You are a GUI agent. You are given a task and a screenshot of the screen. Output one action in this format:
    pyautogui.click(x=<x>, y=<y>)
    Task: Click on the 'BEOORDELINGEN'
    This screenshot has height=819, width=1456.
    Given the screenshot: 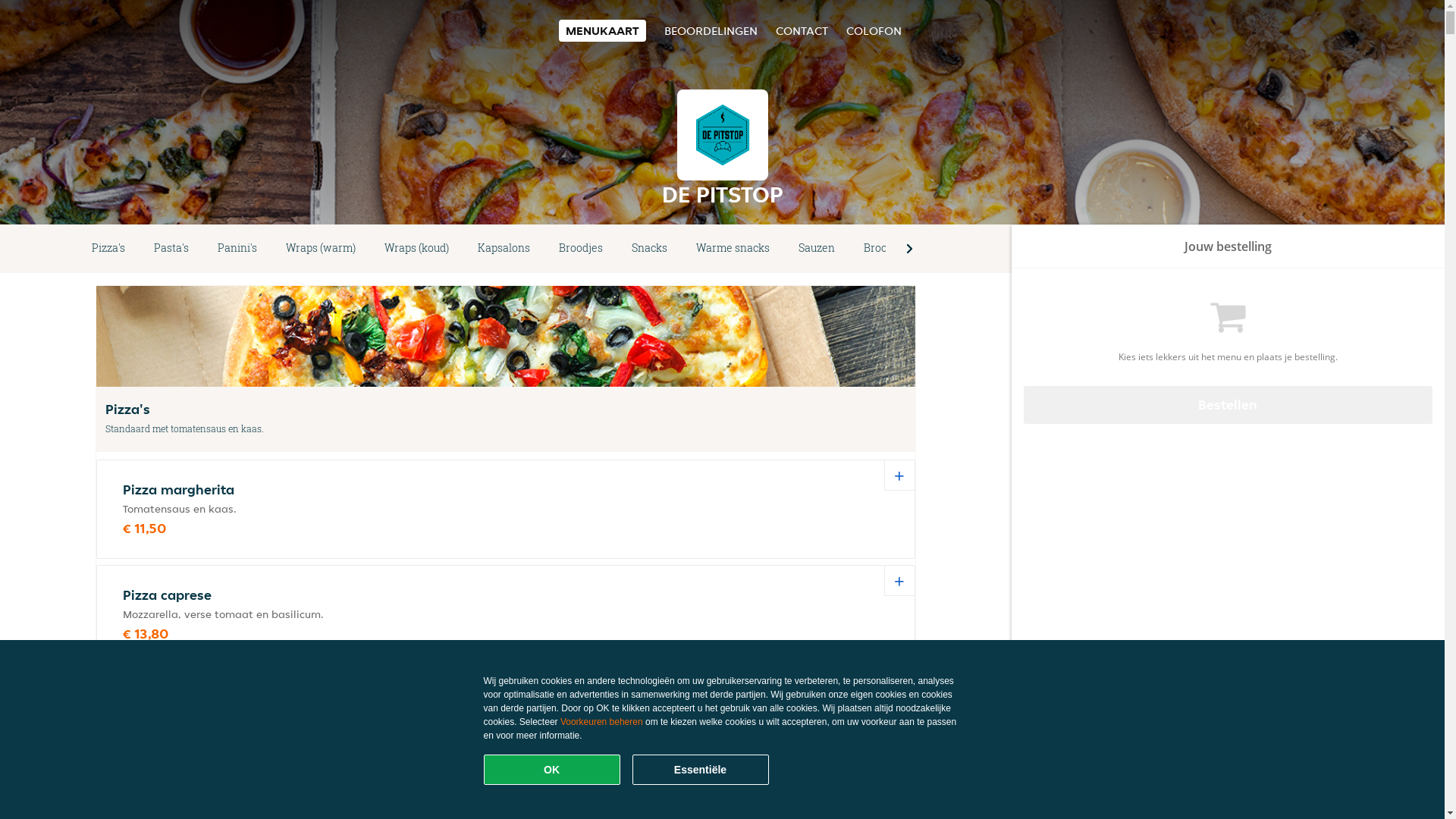 What is the action you would take?
    pyautogui.click(x=664, y=30)
    